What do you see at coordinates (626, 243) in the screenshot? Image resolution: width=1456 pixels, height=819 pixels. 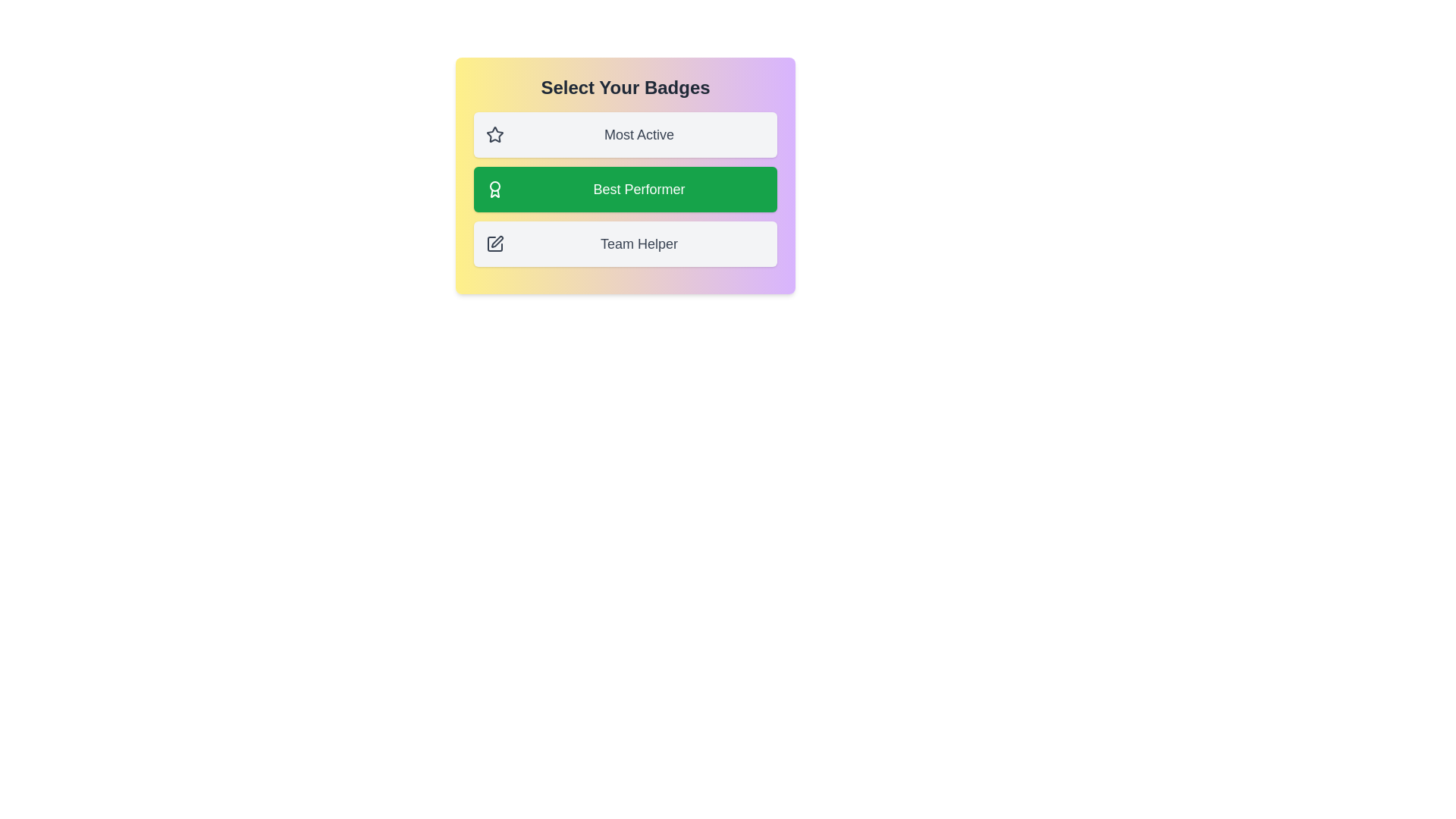 I see `the badge item Team Helper` at bounding box center [626, 243].